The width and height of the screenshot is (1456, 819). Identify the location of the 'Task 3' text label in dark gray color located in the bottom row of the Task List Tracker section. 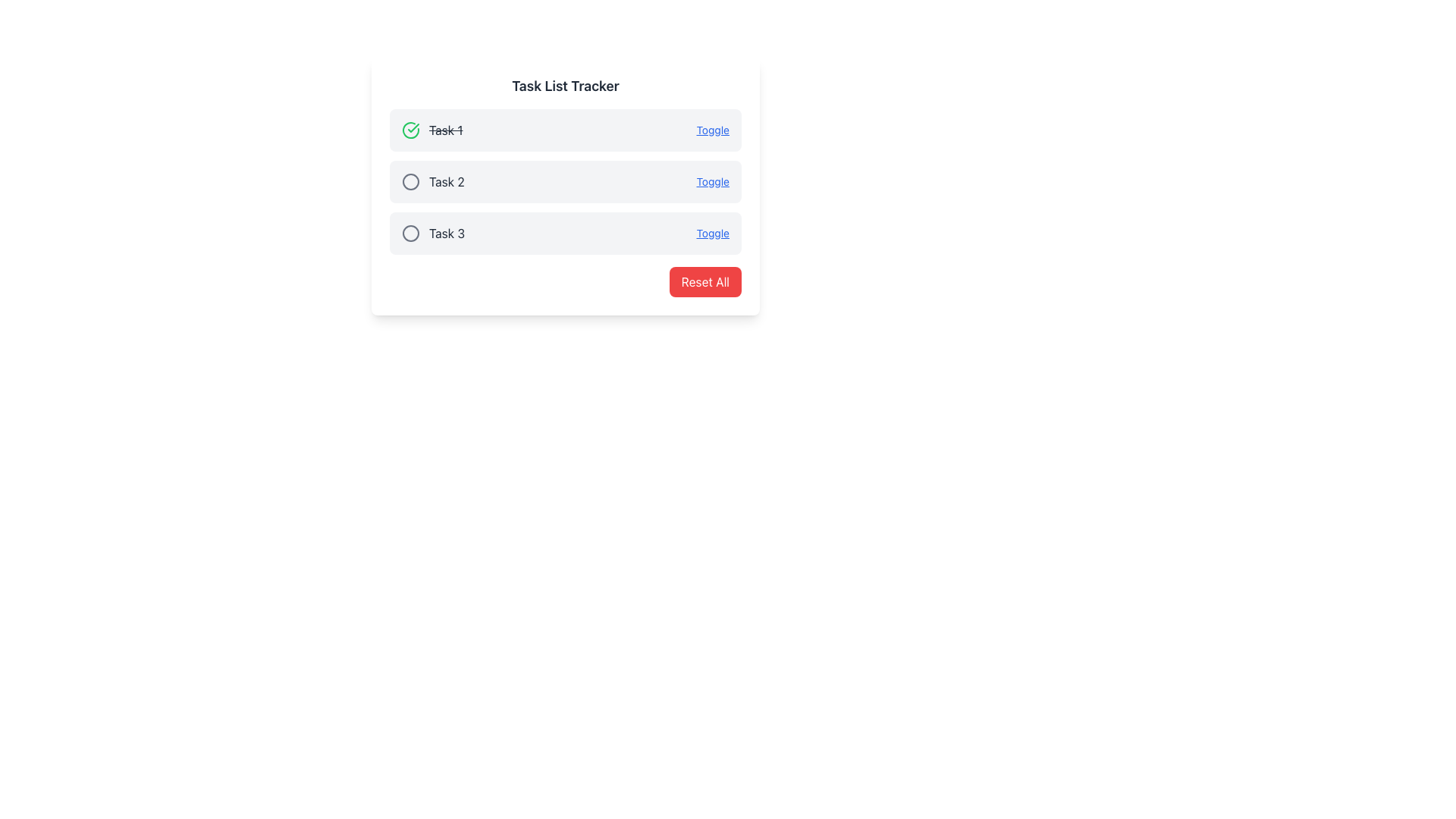
(446, 234).